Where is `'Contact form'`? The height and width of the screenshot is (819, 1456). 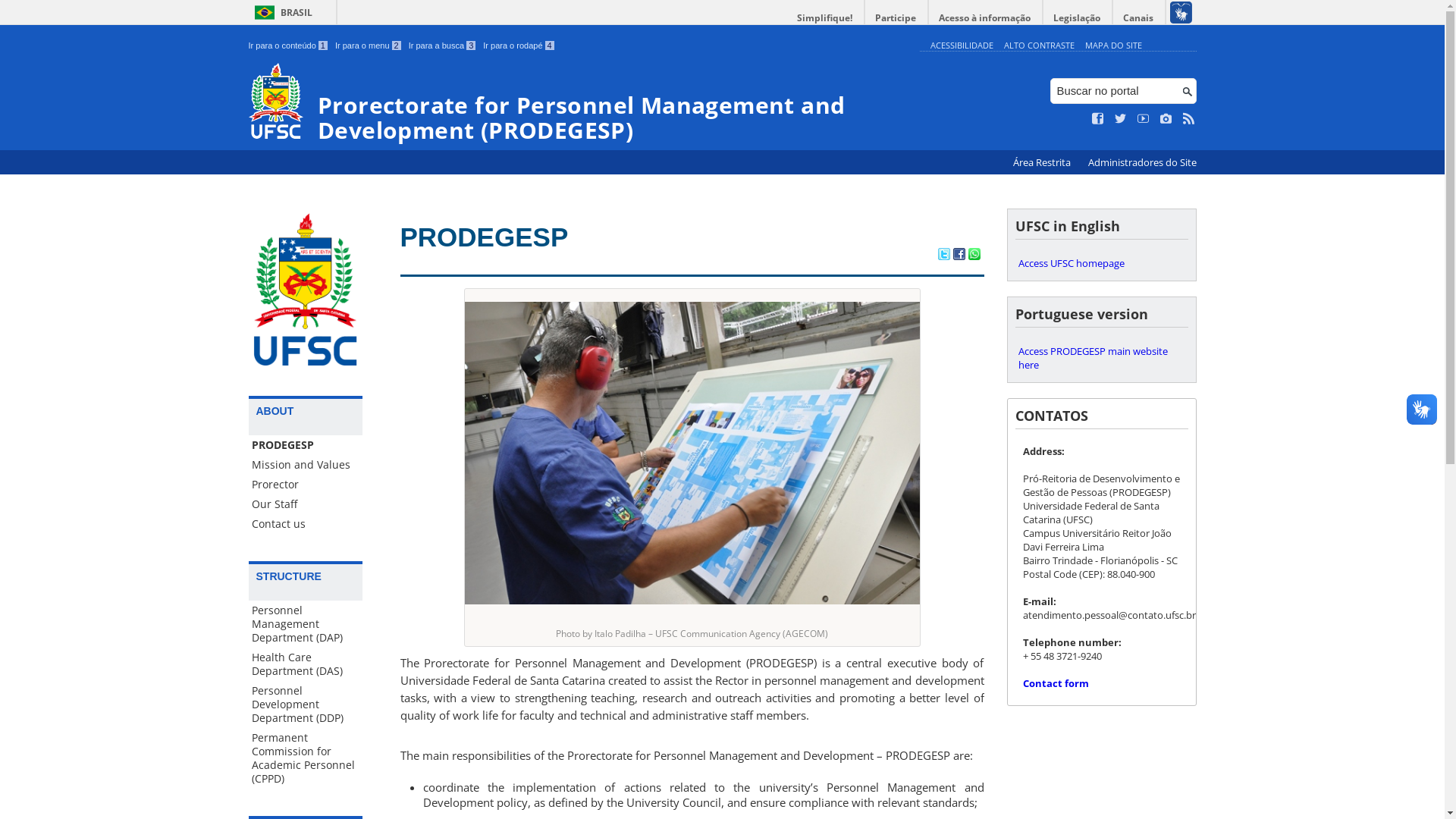 'Contact form' is located at coordinates (1054, 683).